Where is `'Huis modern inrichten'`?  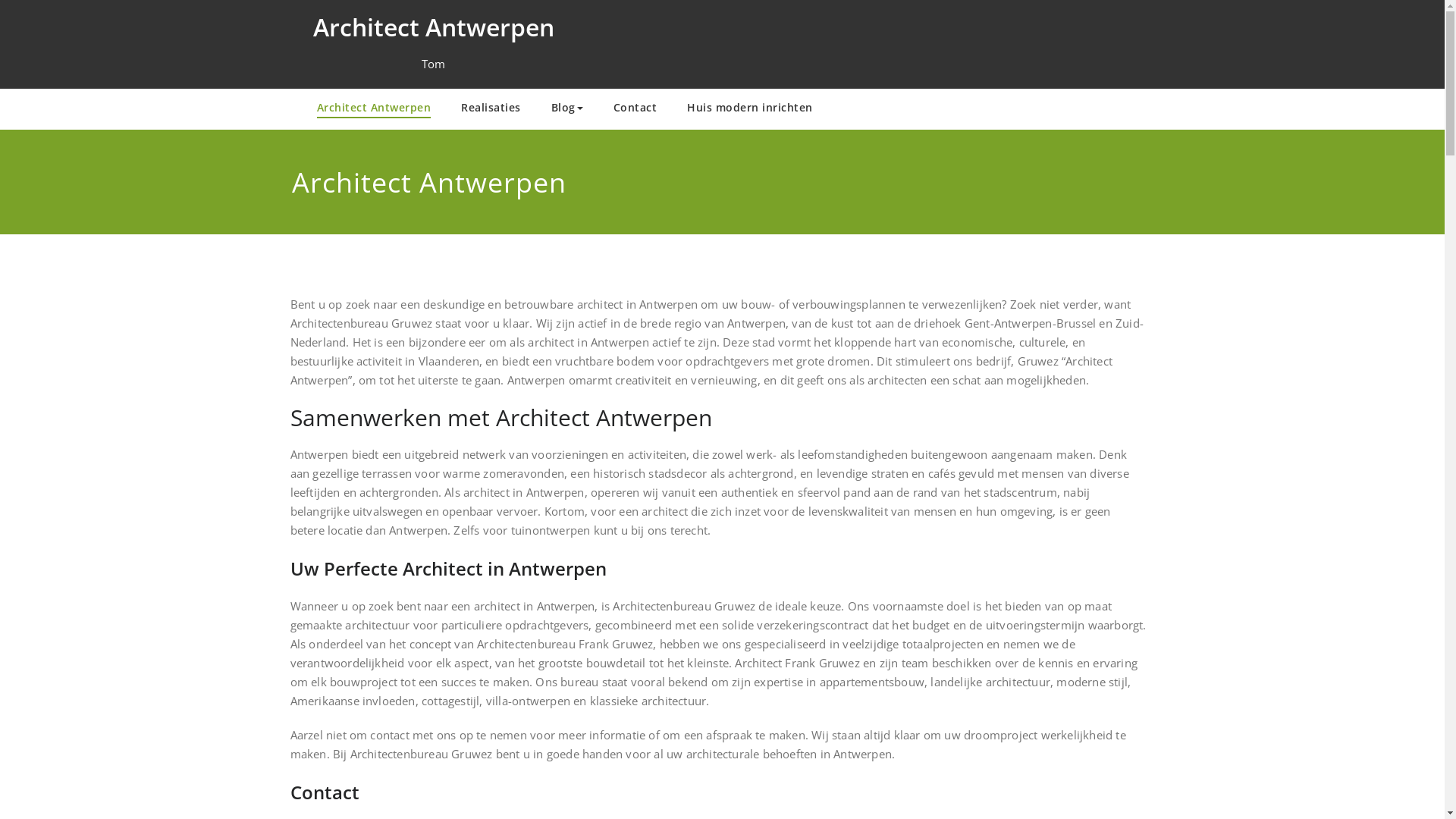 'Huis modern inrichten' is located at coordinates (749, 108).